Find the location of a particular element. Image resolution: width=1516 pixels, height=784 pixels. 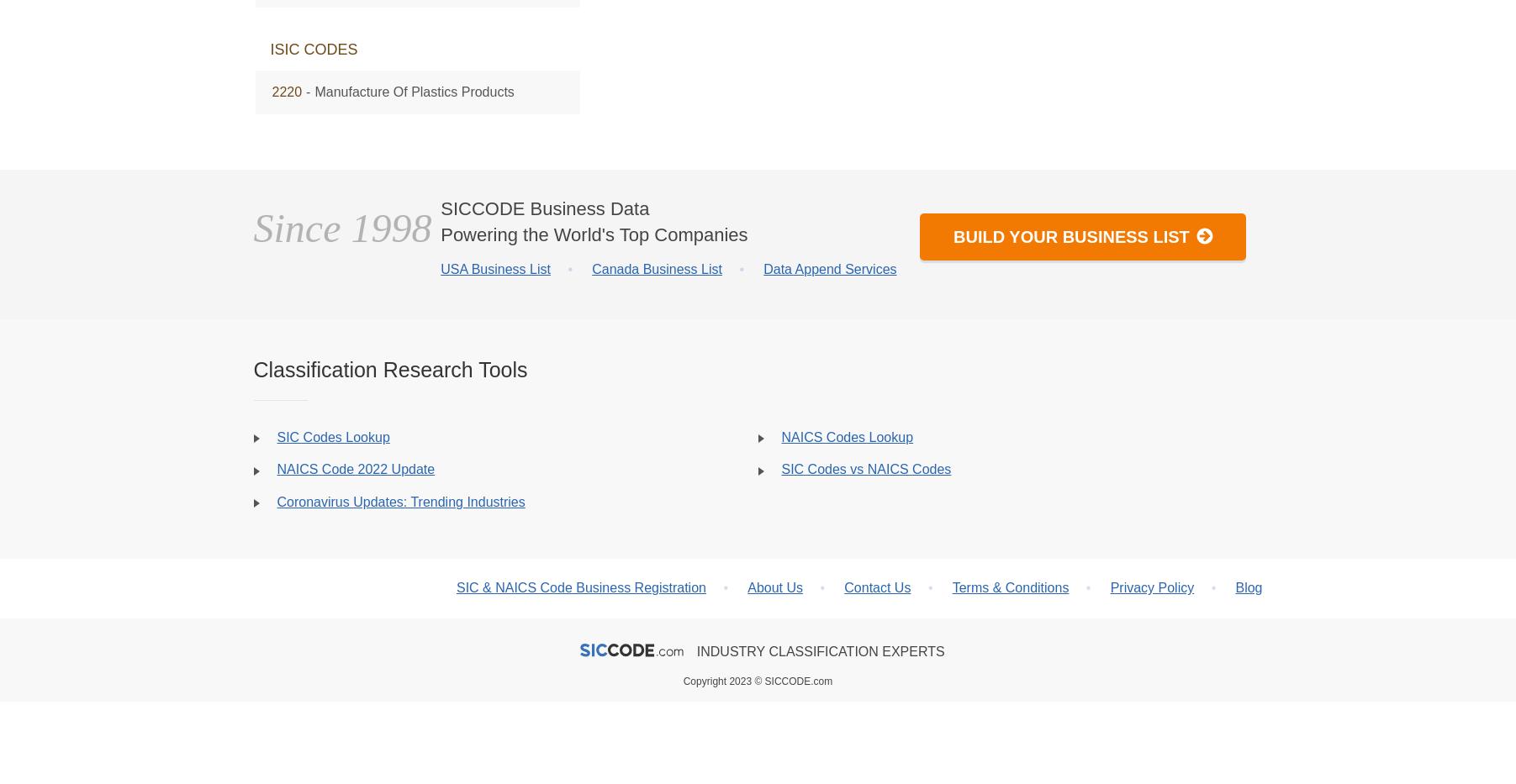

'Canada Business List' is located at coordinates (657, 267).